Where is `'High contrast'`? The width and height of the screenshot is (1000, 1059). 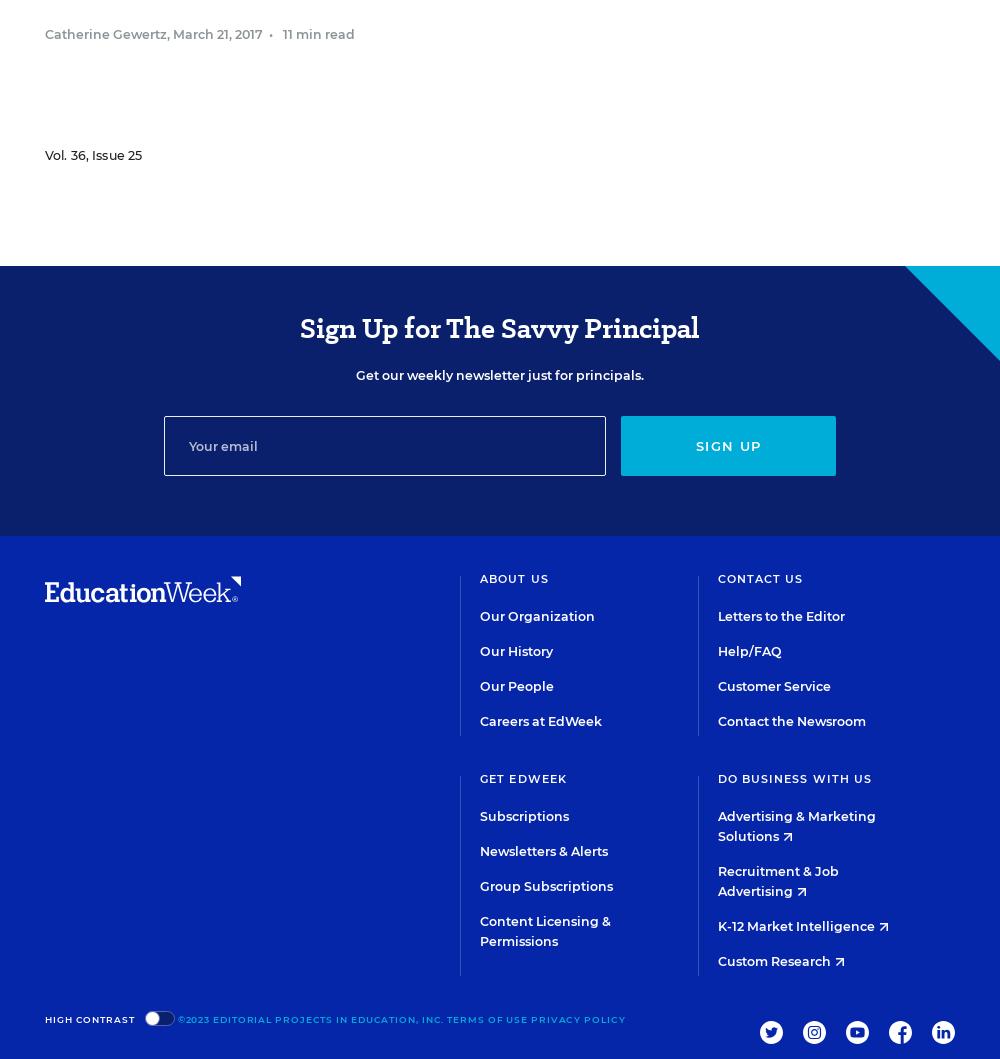 'High contrast' is located at coordinates (88, 1017).